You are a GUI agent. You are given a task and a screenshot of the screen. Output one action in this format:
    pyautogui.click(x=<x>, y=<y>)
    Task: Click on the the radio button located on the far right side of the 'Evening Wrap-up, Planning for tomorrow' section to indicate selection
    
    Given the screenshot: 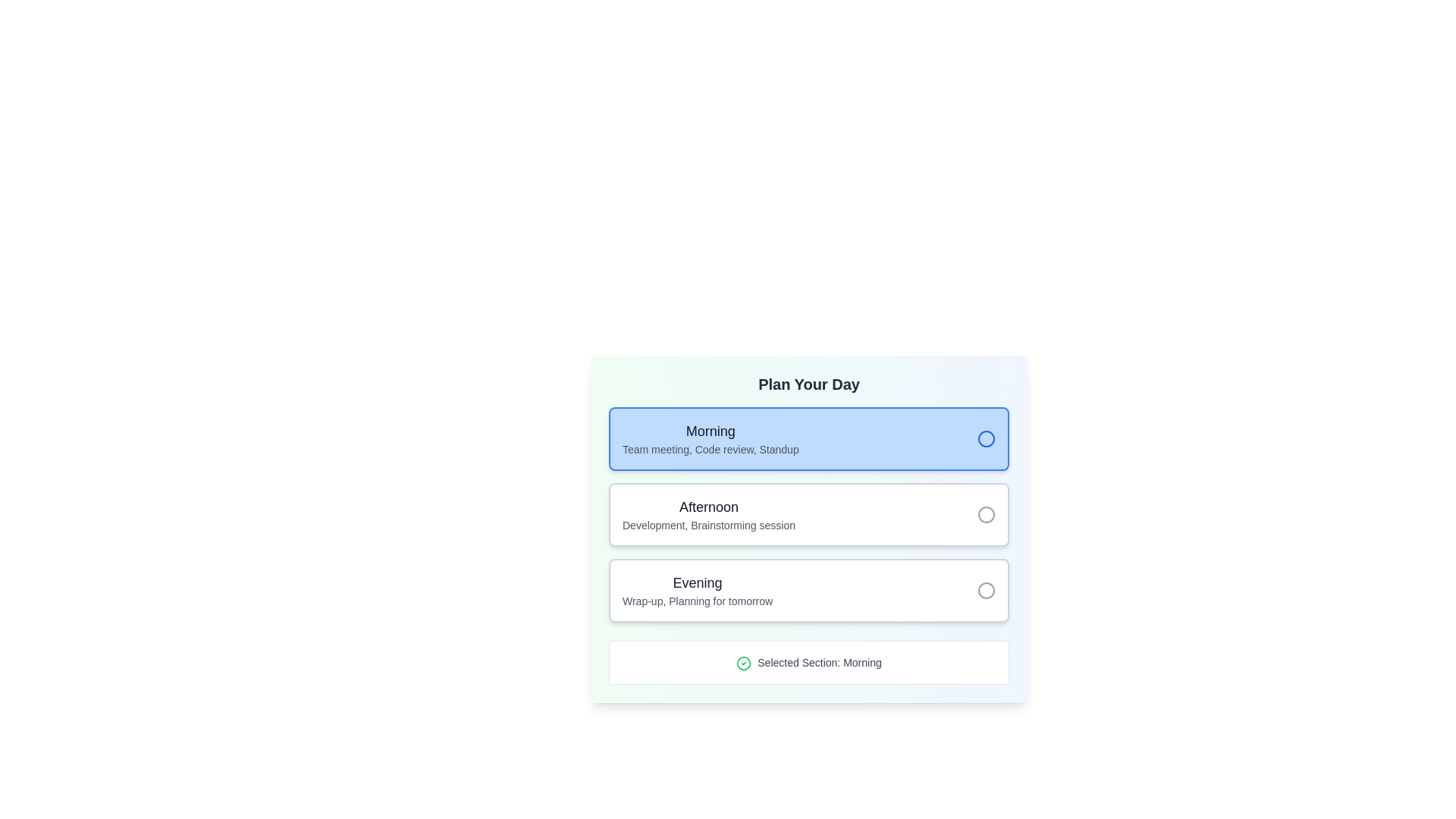 What is the action you would take?
    pyautogui.click(x=986, y=590)
    